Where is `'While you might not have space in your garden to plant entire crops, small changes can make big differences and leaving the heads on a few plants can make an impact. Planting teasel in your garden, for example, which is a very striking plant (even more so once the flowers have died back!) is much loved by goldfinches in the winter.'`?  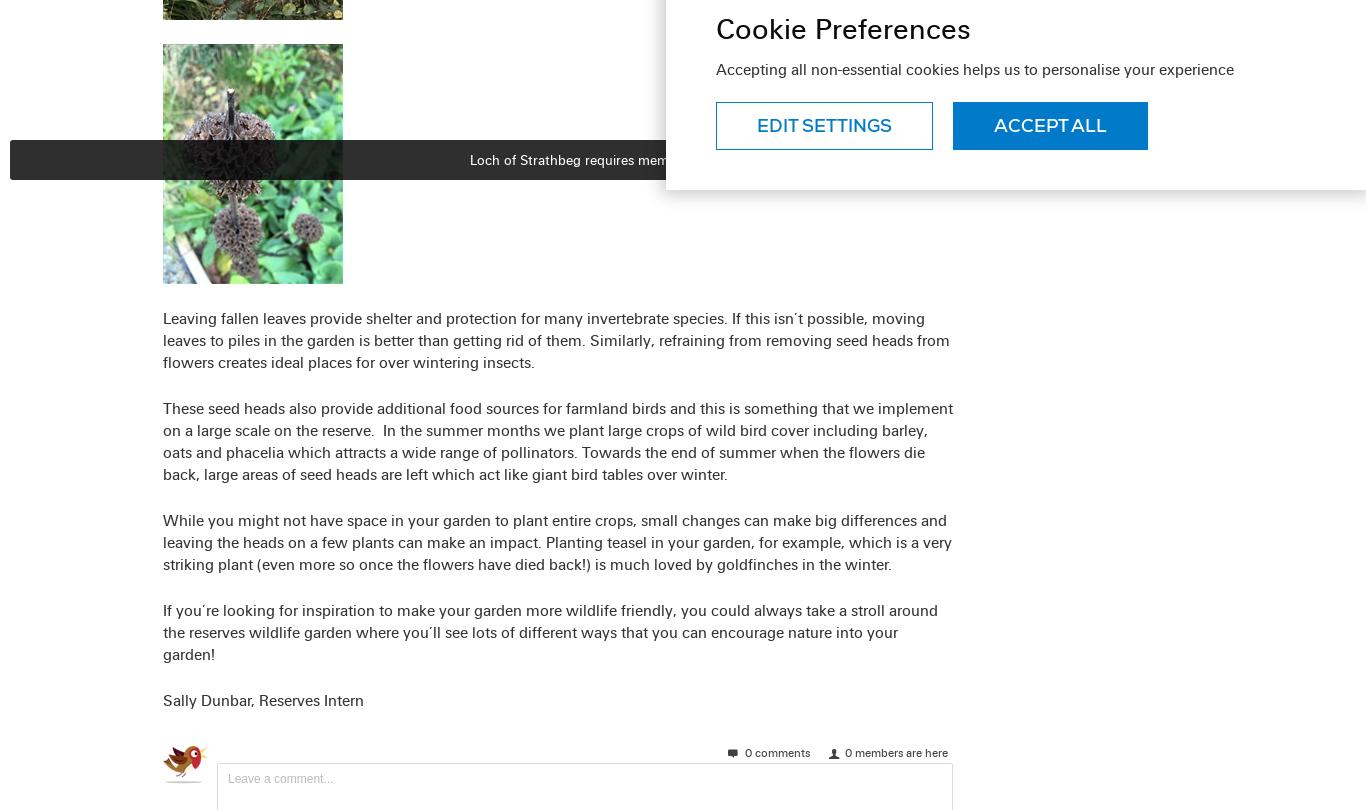 'While you might not have space in your garden to plant entire crops, small changes can make big differences and leaving the heads on a few plants can make an impact. Planting teasel in your garden, for example, which is a very striking plant (even more so once the flowers have died back!) is much loved by goldfinches in the winter.' is located at coordinates (557, 542).